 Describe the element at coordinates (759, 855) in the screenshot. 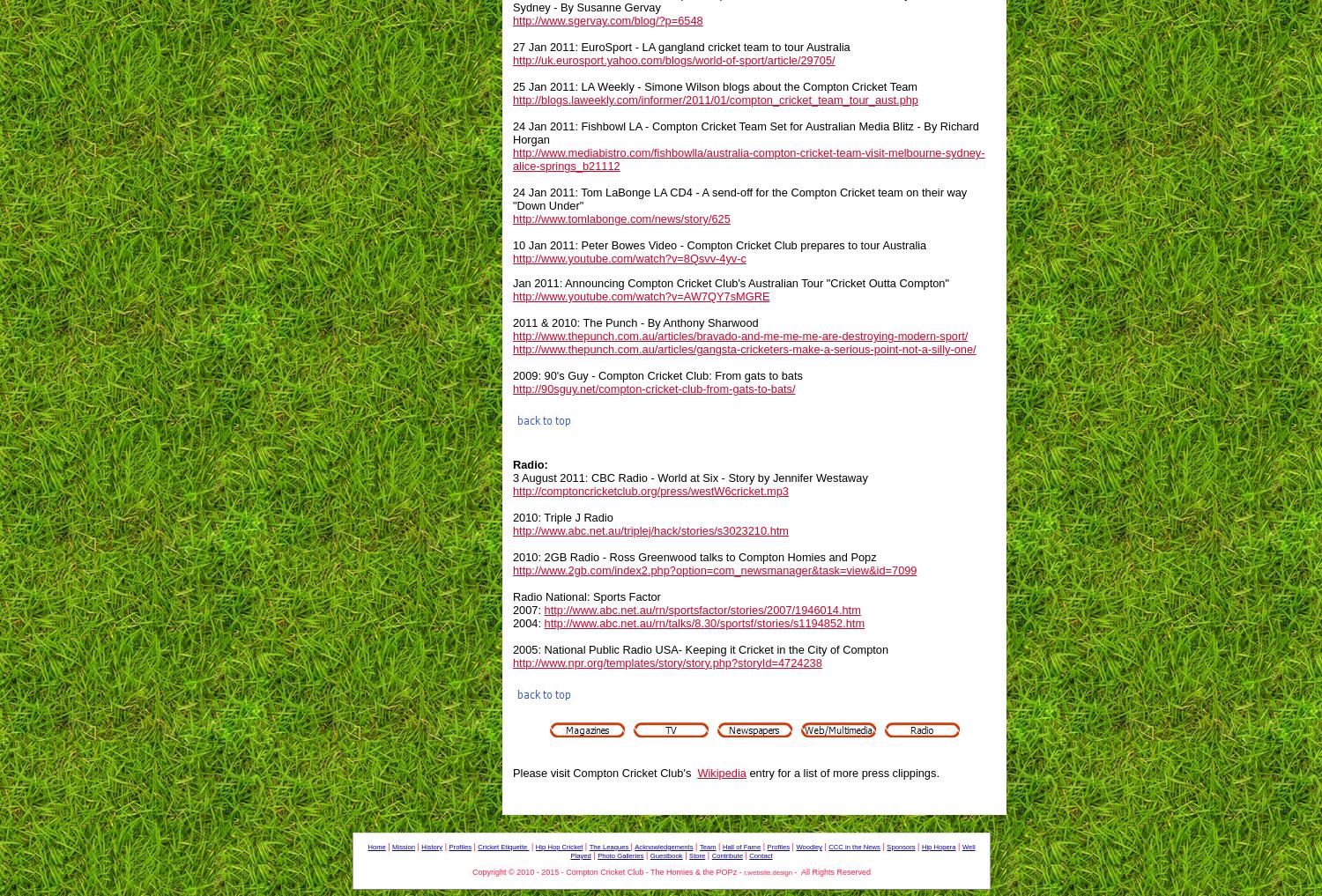

I see `'Contact'` at that location.